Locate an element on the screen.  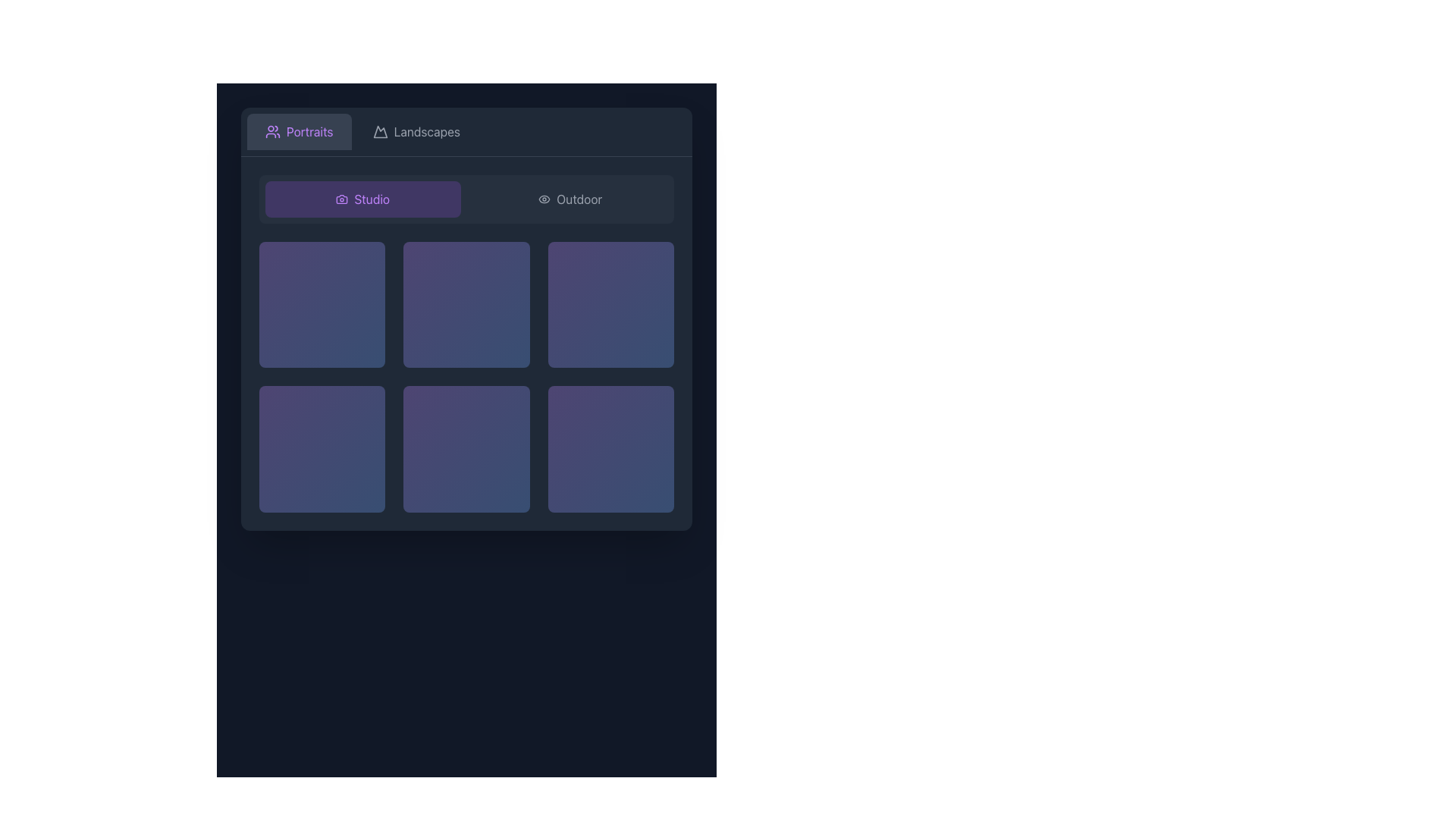
the rectangular button with a purple background labeled 'Studio' that contains a camera icon is located at coordinates (362, 198).